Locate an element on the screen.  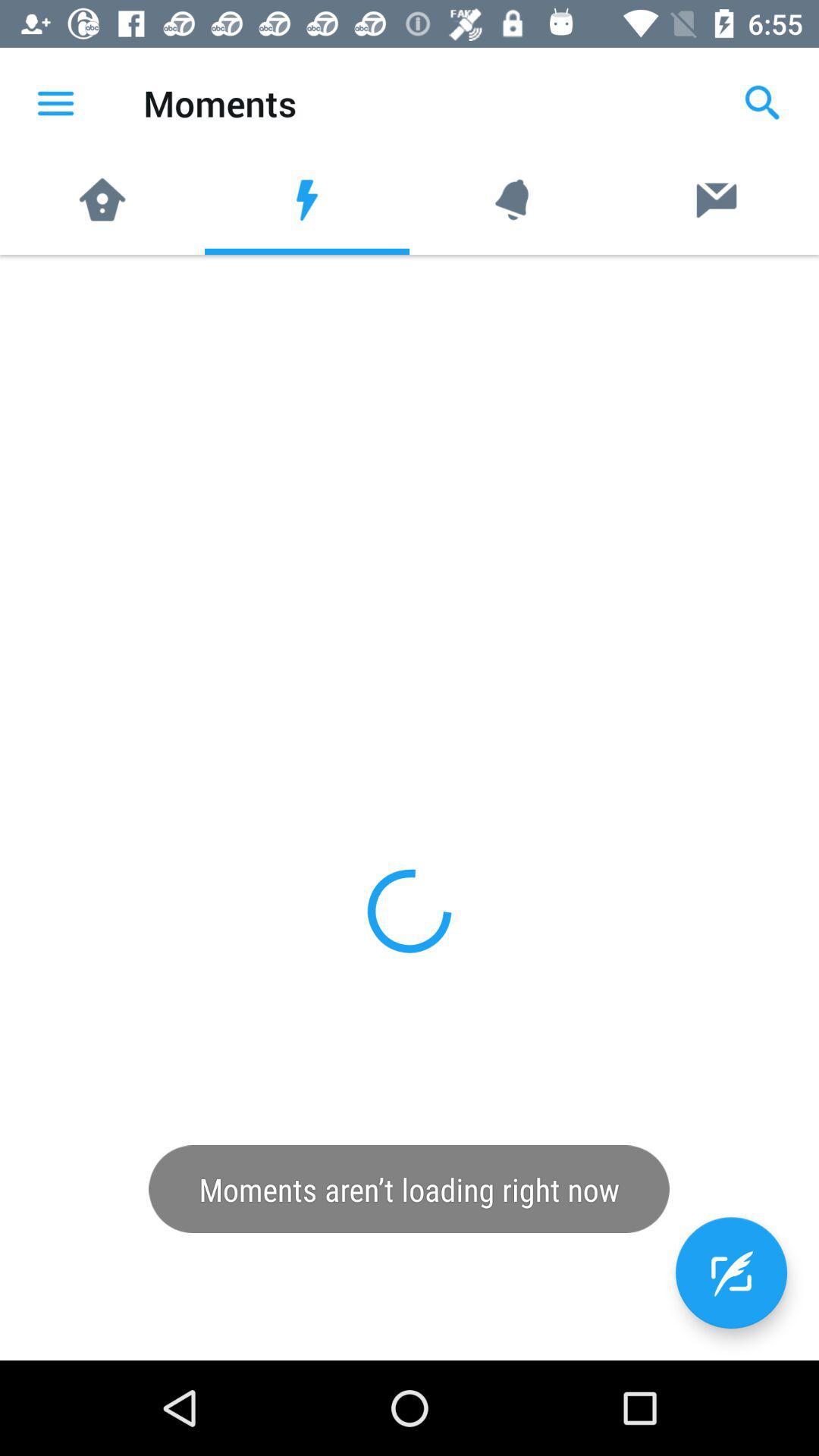
the edit icon is located at coordinates (730, 1272).